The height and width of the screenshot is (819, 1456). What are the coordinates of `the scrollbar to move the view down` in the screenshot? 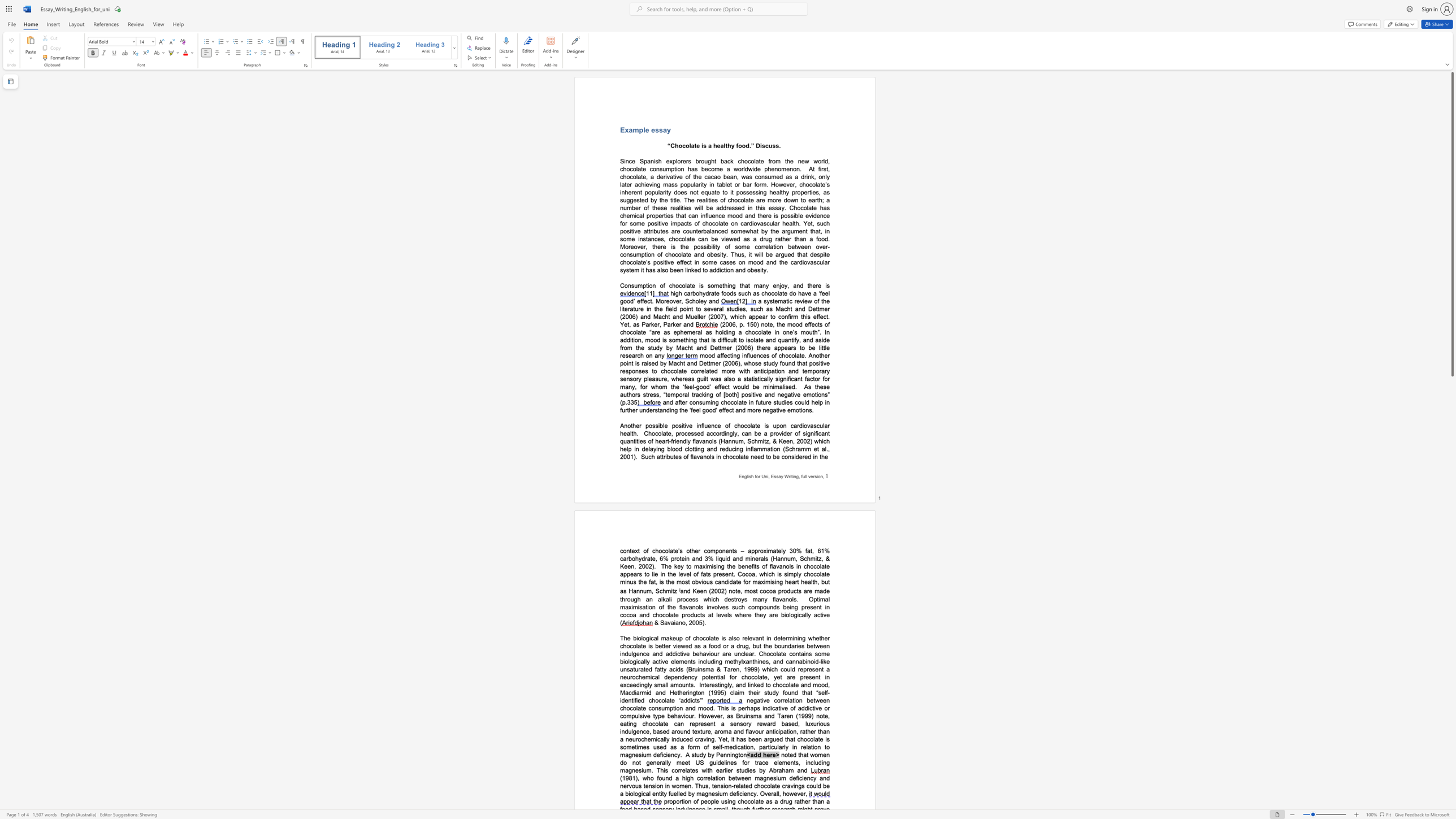 It's located at (1451, 717).